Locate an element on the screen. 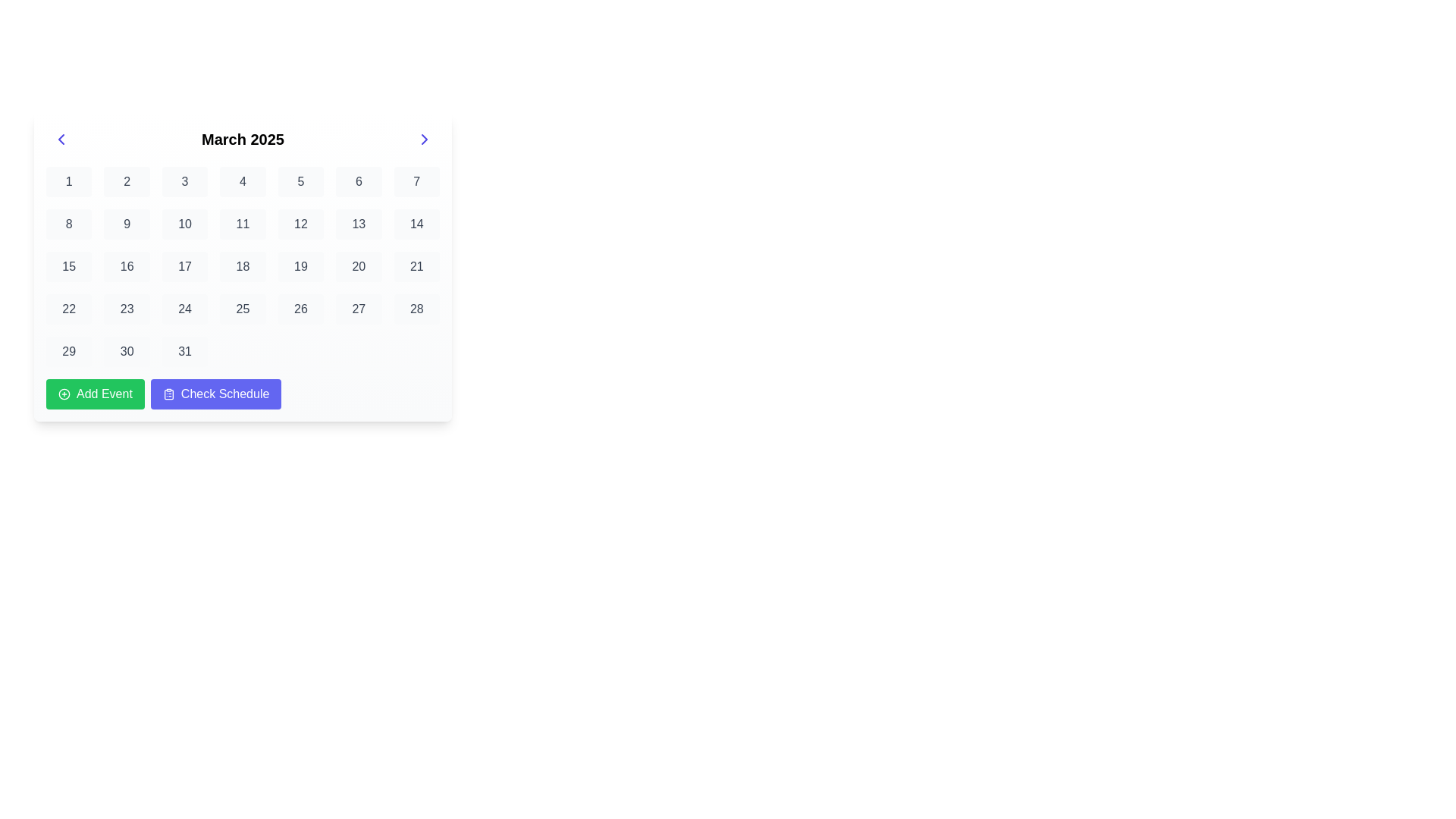 This screenshot has height=819, width=1456. the left-pointing indigo chevron button is located at coordinates (61, 140).